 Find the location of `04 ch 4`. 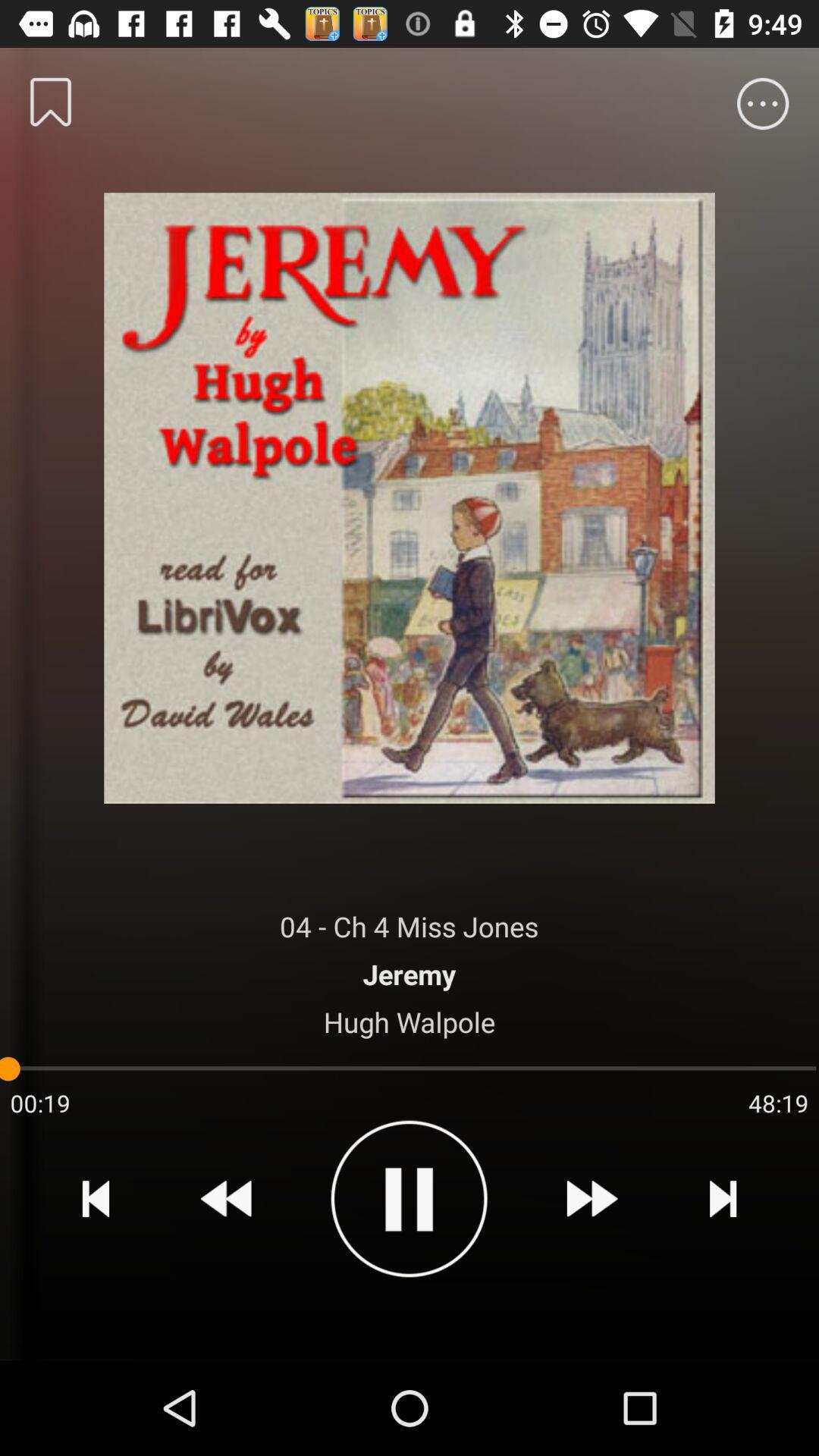

04 ch 4 is located at coordinates (408, 925).